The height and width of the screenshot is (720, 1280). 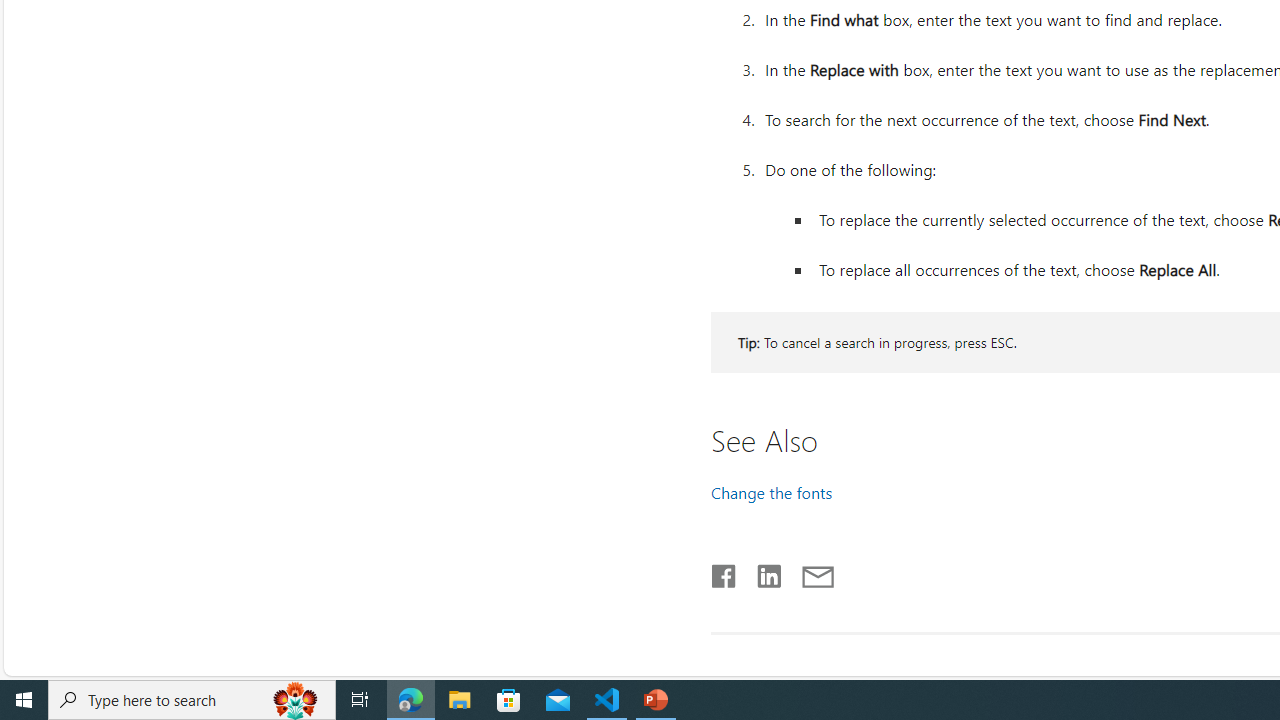 What do you see at coordinates (808, 572) in the screenshot?
I see `'Share by email'` at bounding box center [808, 572].